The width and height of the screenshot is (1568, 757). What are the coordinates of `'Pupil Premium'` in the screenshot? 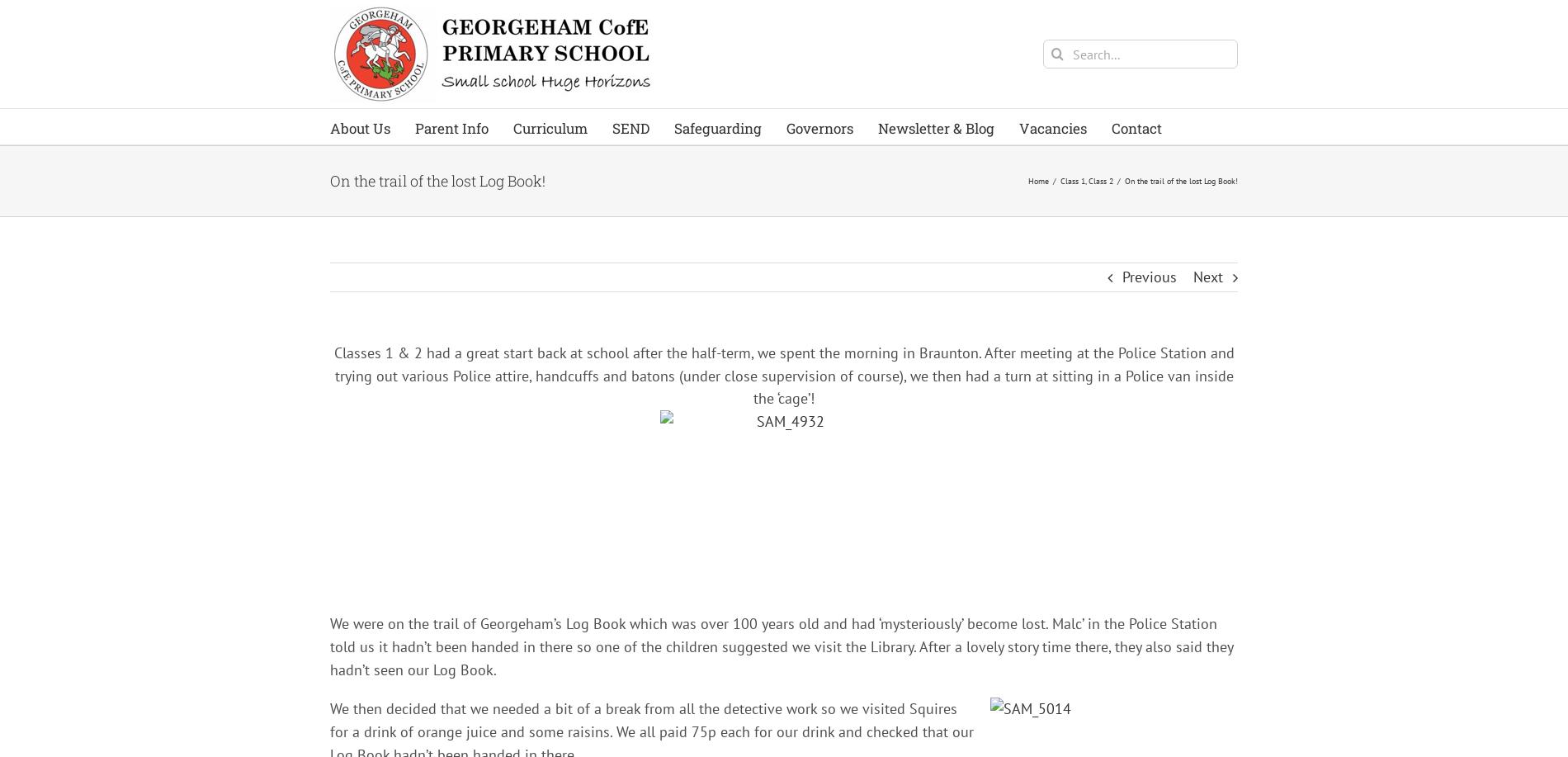 It's located at (567, 481).